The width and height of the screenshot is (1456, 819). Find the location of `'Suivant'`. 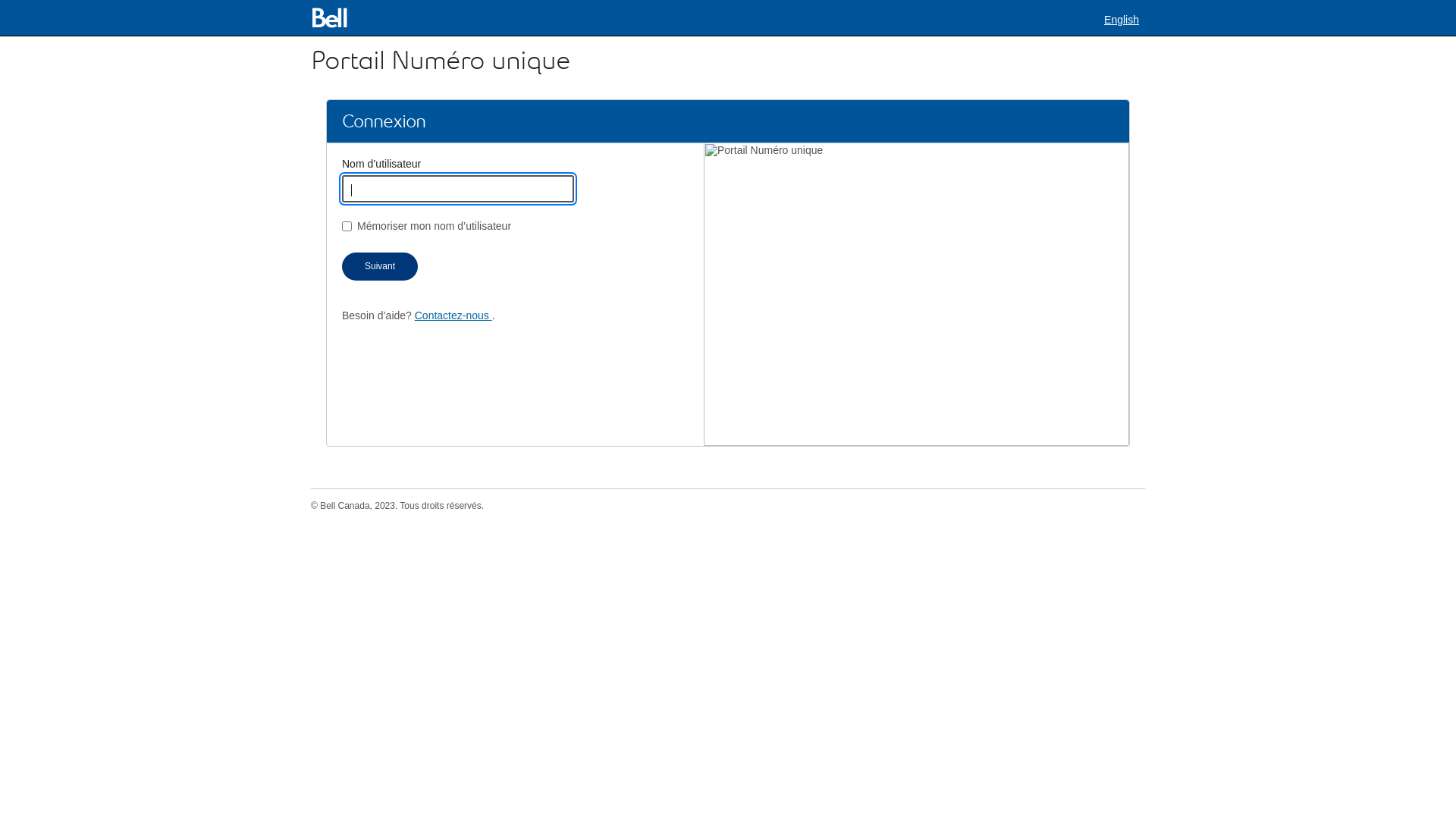

'Suivant' is located at coordinates (379, 265).